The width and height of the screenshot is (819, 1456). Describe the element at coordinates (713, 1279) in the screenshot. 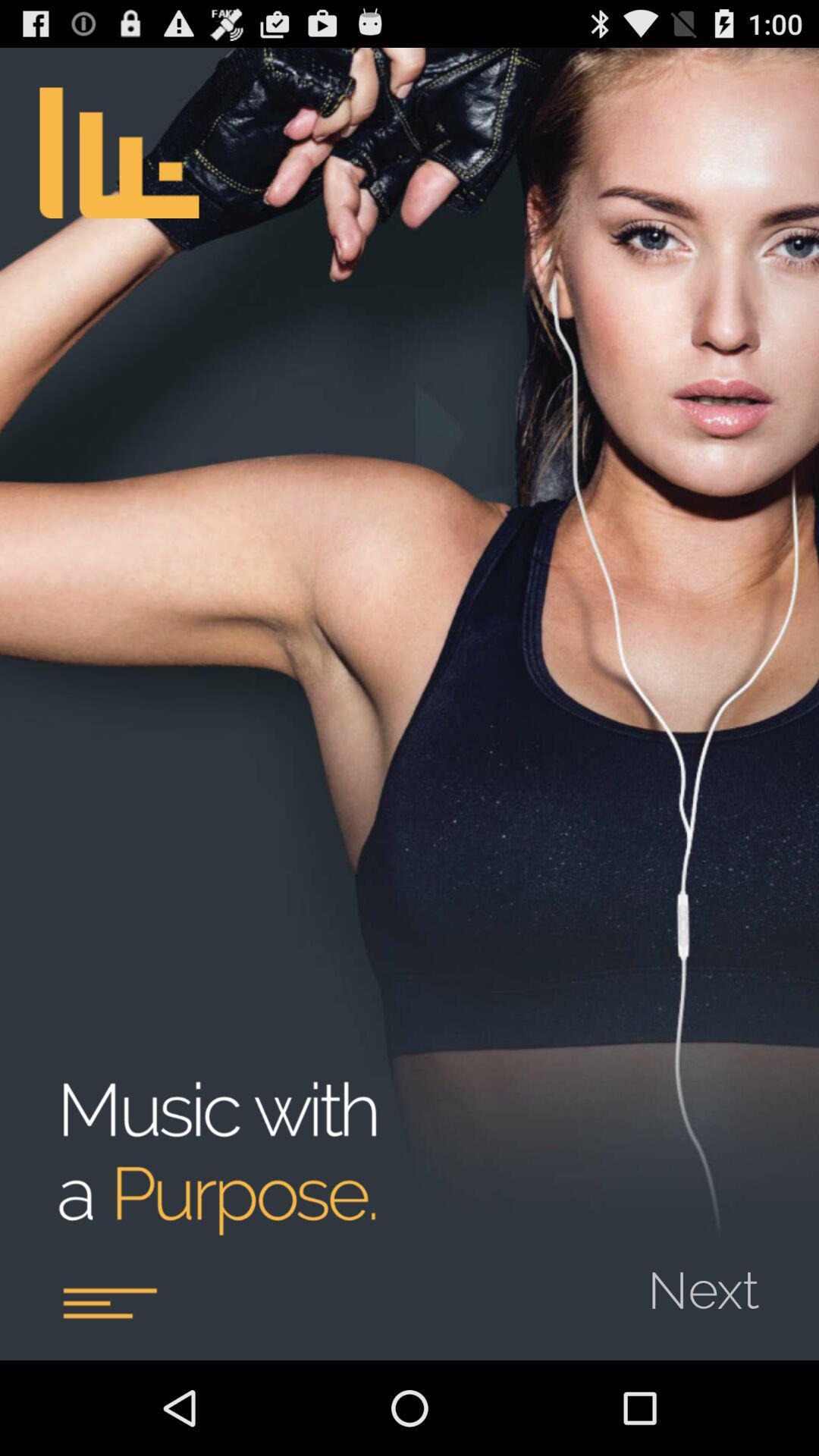

I see `next icon` at that location.